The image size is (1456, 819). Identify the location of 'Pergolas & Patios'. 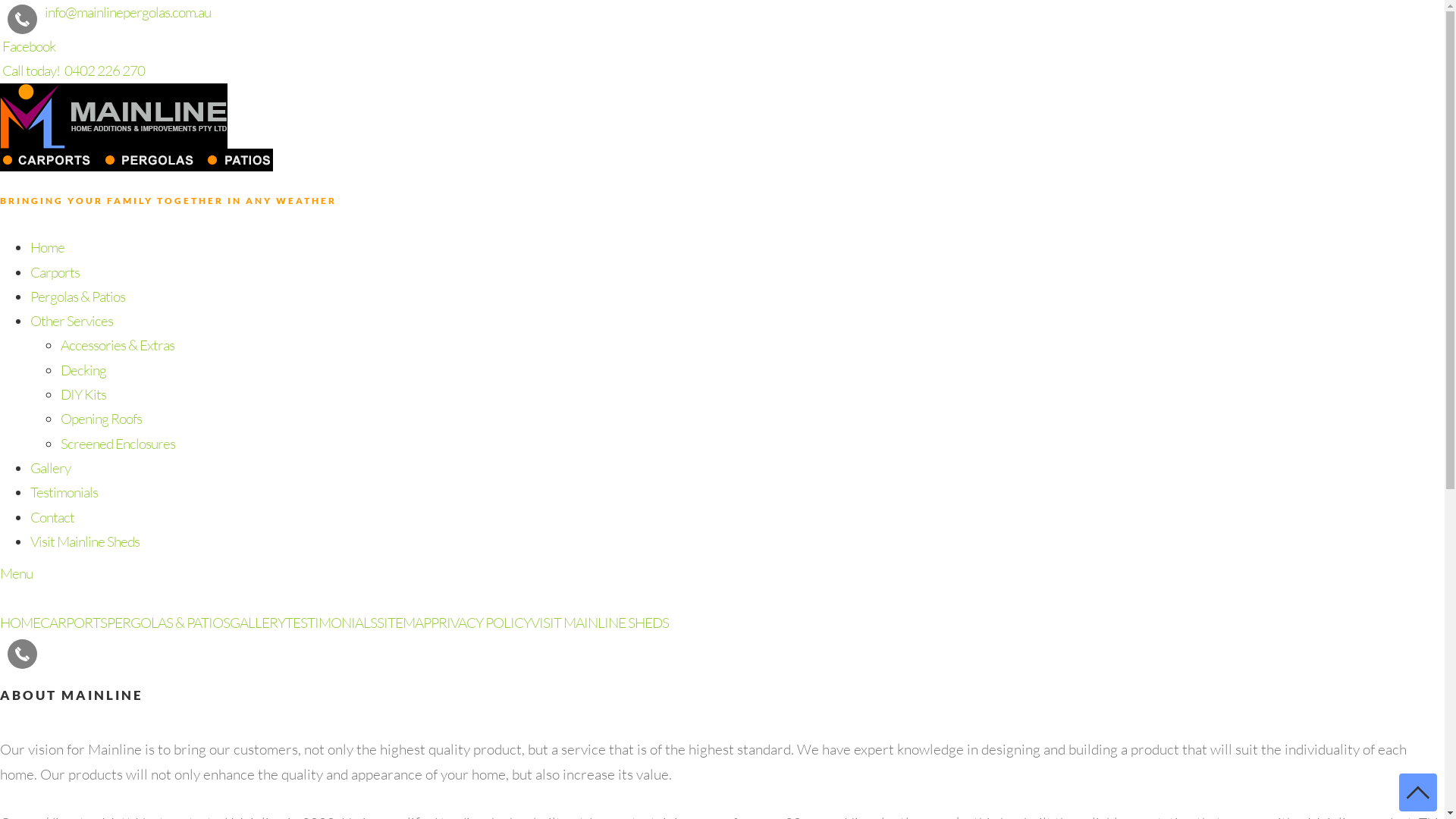
(77, 296).